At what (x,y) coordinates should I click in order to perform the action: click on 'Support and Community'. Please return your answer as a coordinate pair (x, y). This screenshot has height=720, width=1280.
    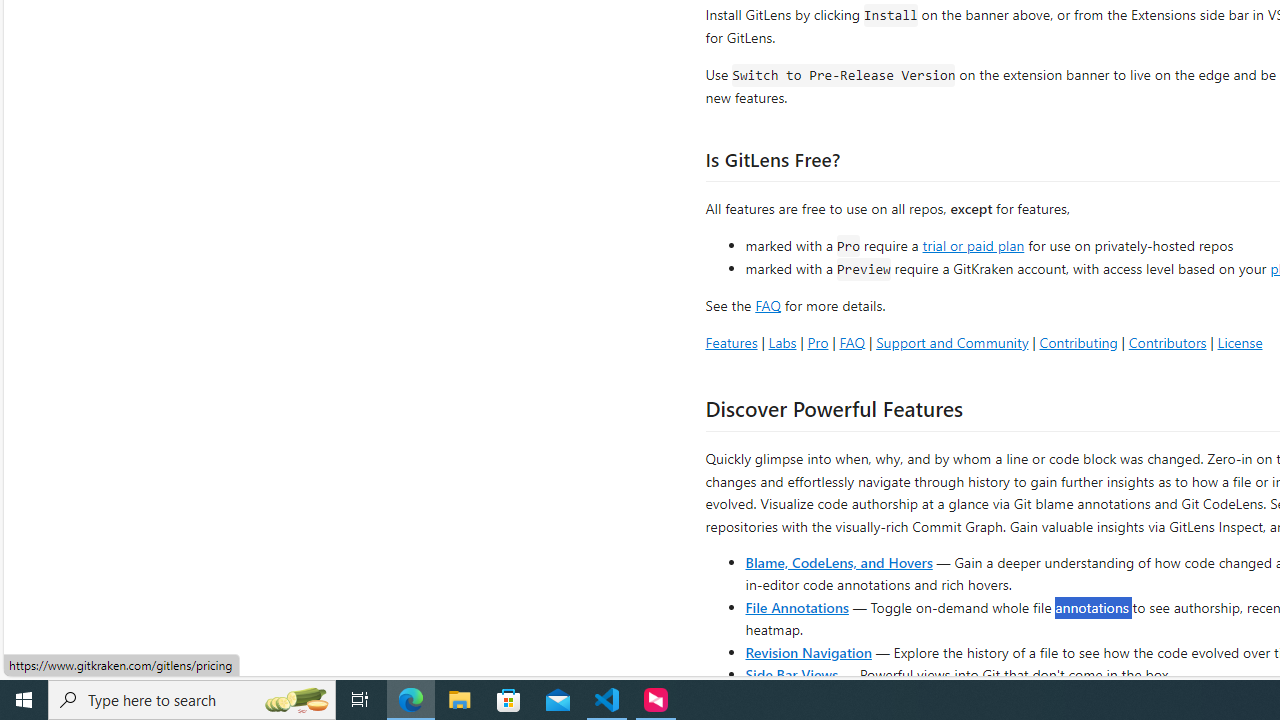
    Looking at the image, I should click on (951, 341).